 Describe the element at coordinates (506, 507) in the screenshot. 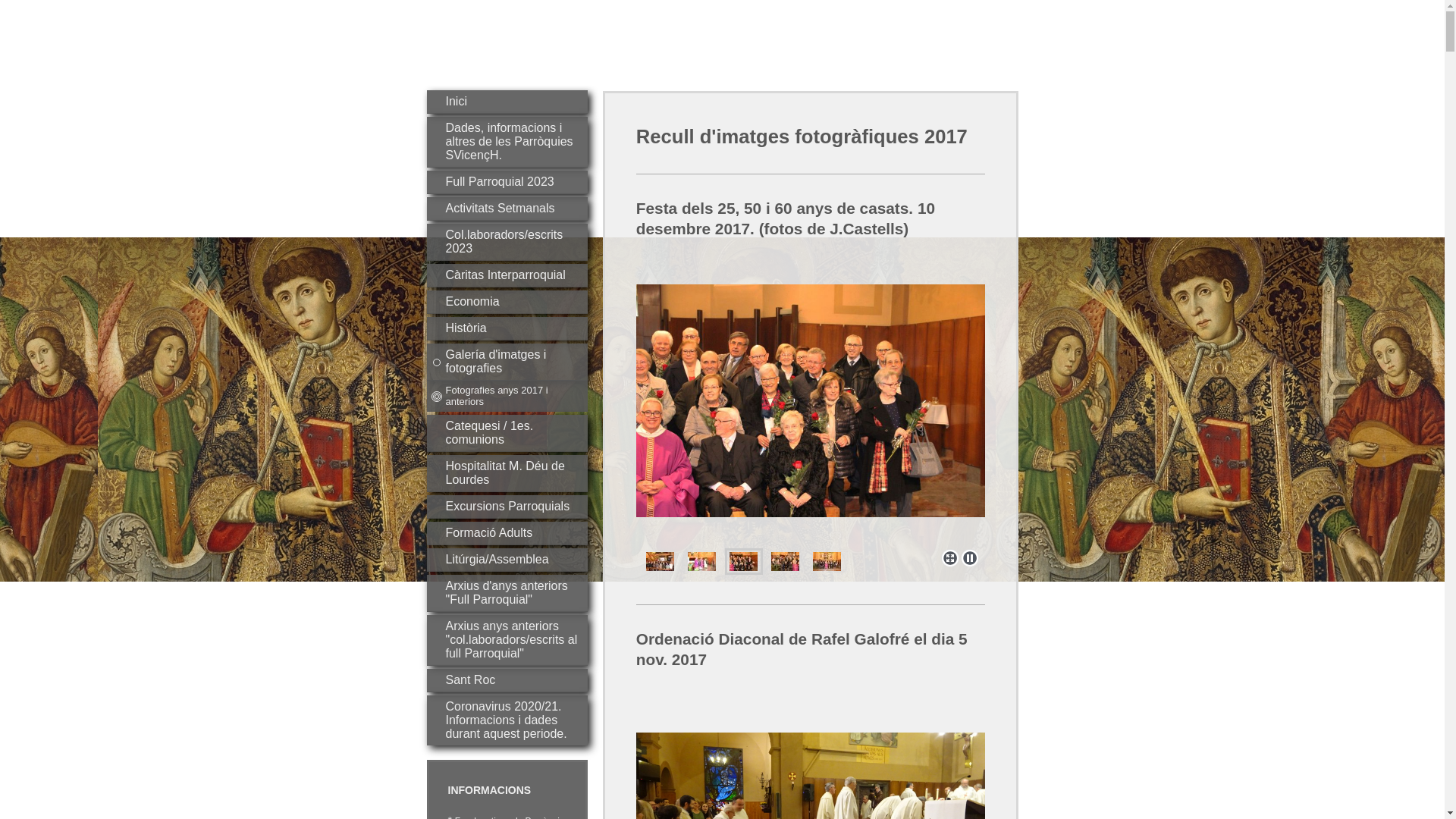

I see `'Excursions Parroquials'` at that location.